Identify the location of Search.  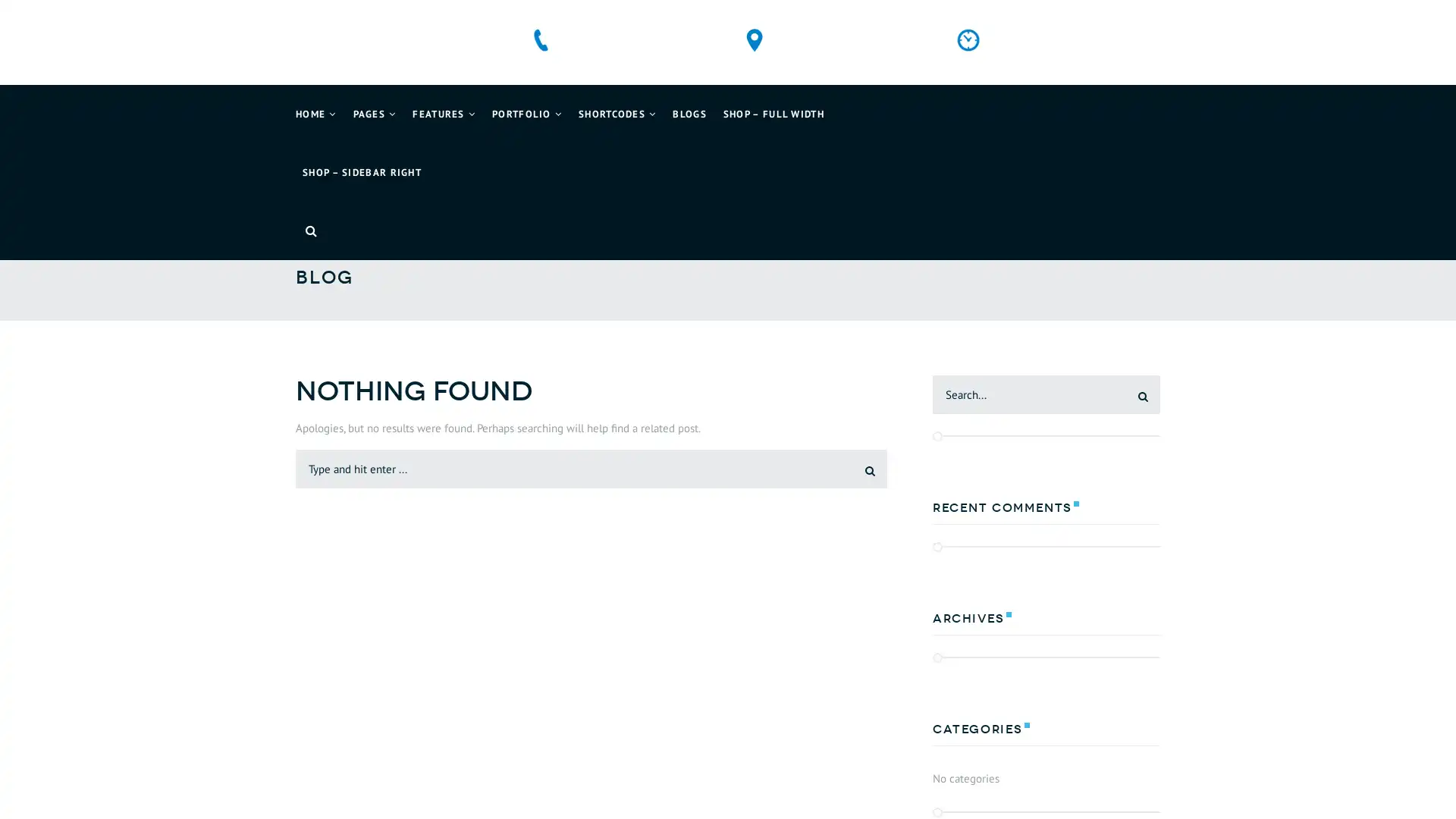
(1131, 394).